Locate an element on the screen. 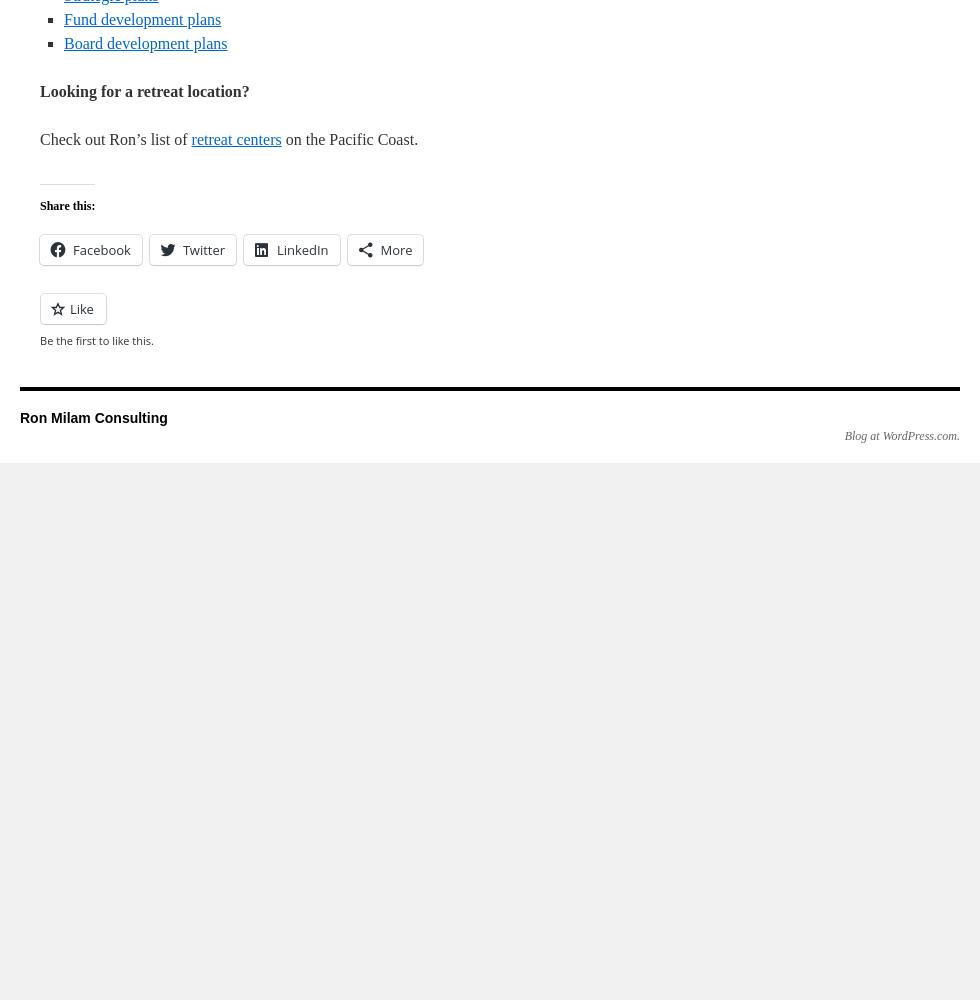  'retreat centers' is located at coordinates (235, 139).